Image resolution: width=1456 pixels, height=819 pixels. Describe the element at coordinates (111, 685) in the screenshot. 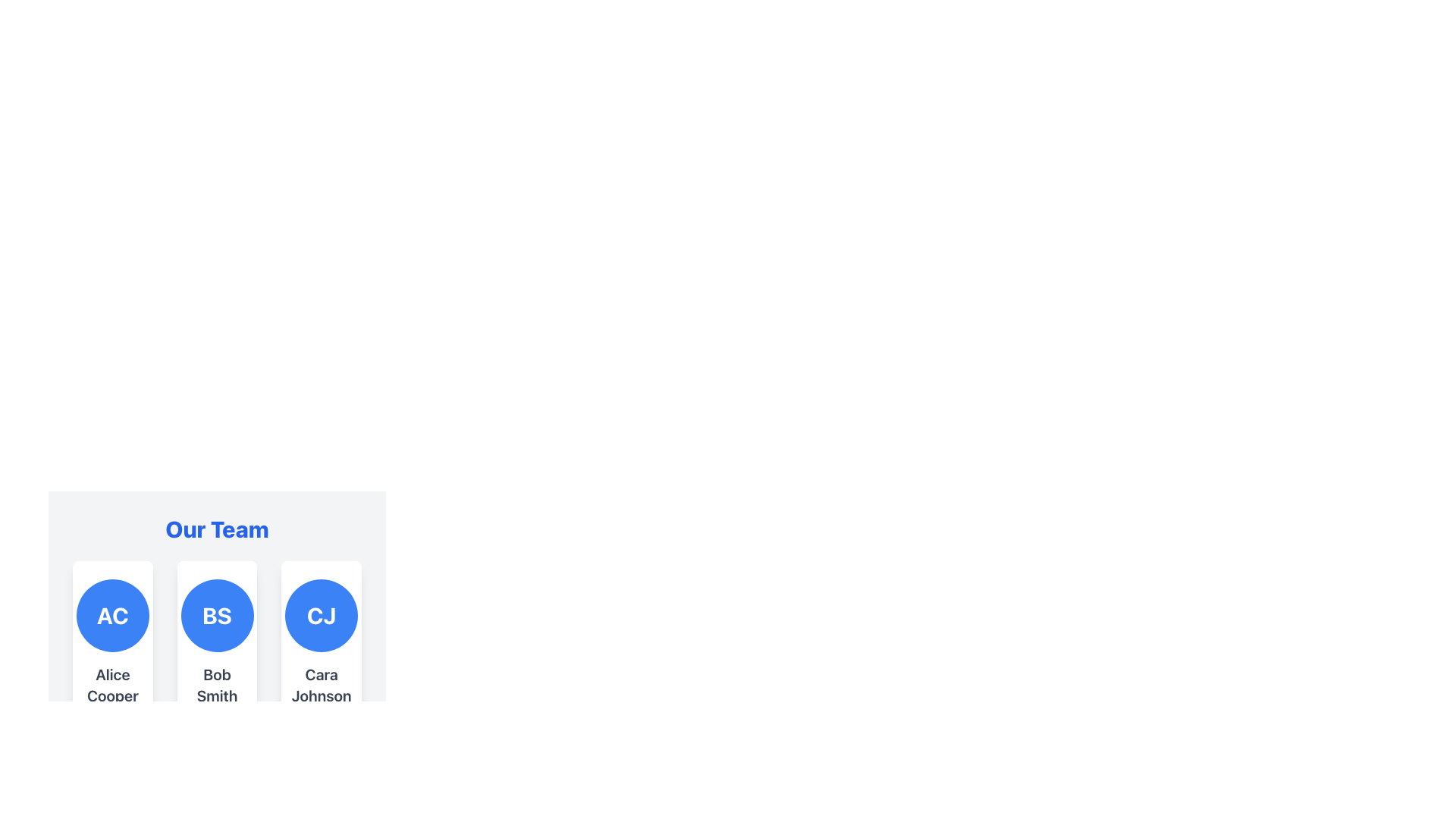

I see `the text label displaying 'Alice Cooper', which is in a large, bold font, dark gray color, and is centered under the avatar labeled 'AC'` at that location.